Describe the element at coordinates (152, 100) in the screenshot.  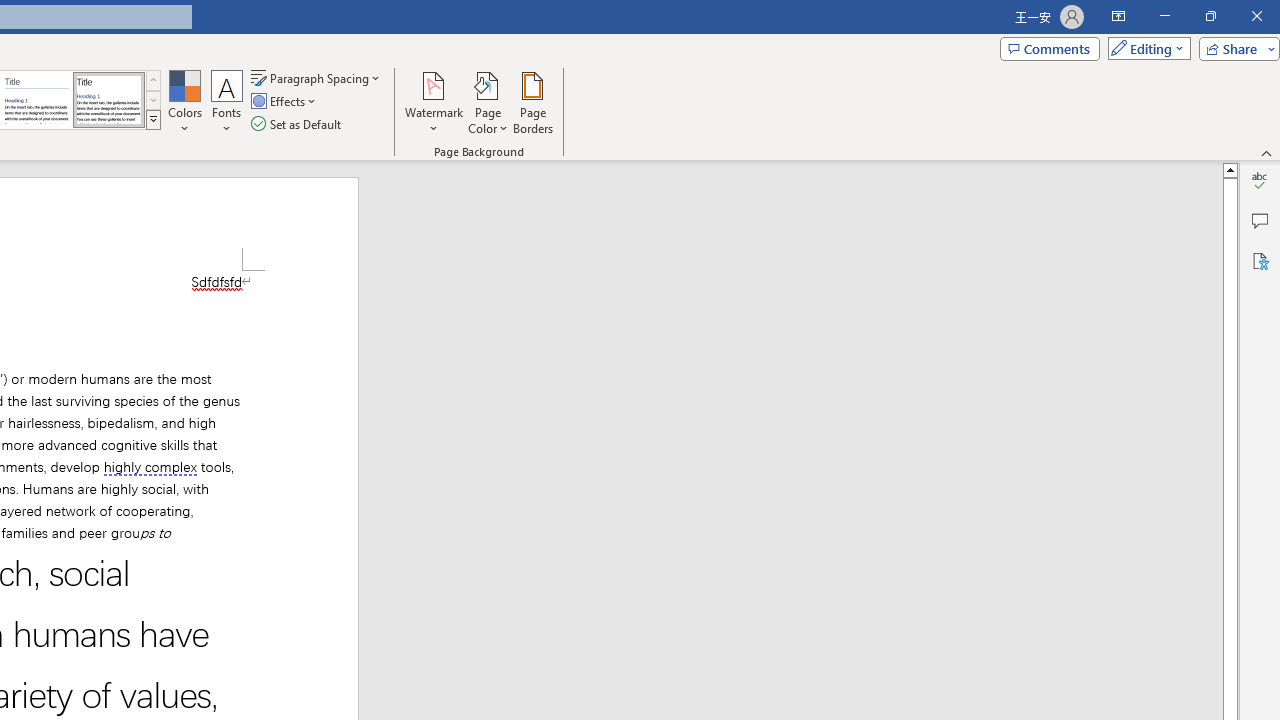
I see `'Row Down'` at that location.